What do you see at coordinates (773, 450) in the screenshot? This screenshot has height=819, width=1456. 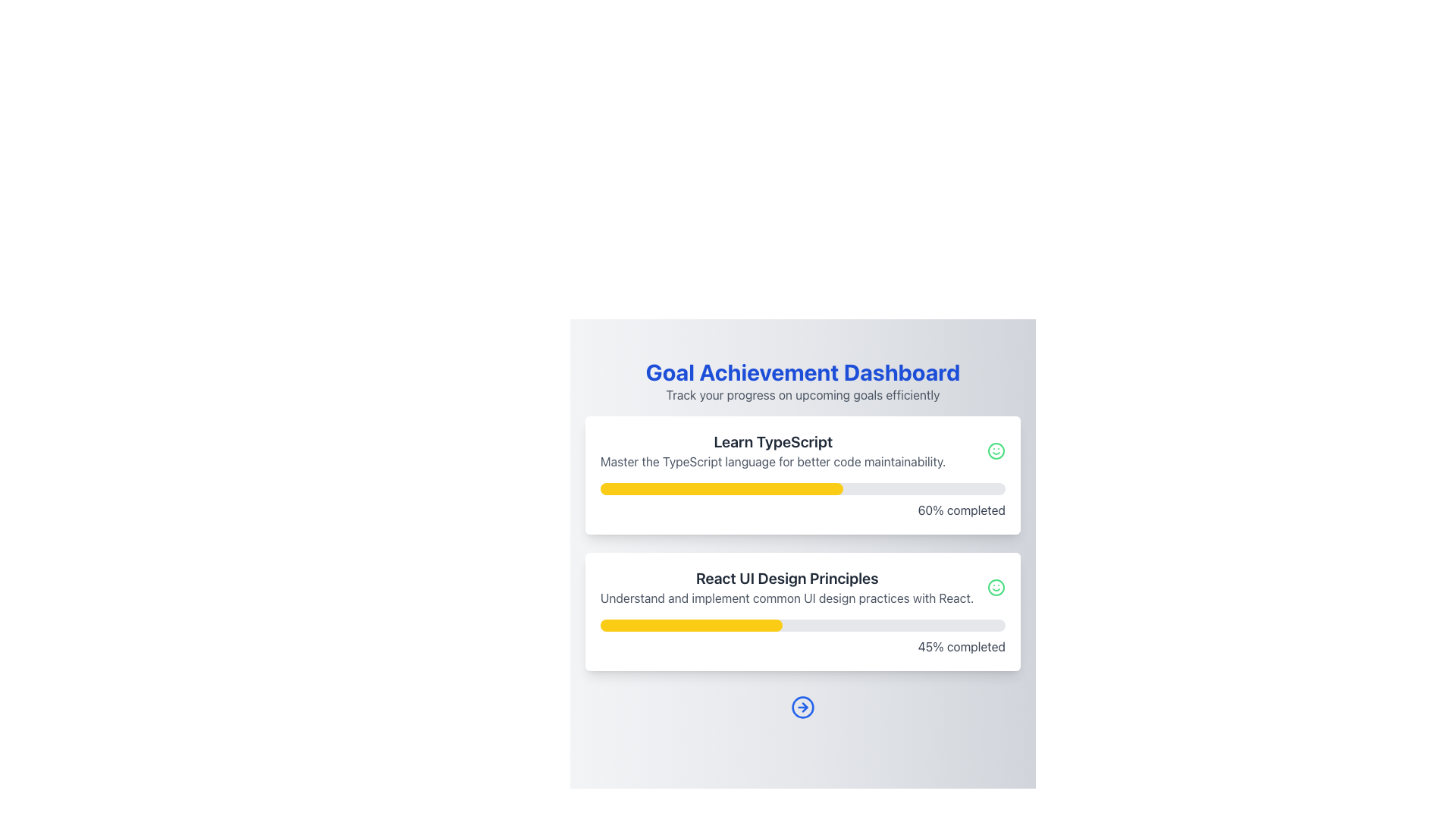 I see `static content block with the header 'Learn TypeScript' and subtitle 'Master the TypeScript language for better code maintainability.'` at bounding box center [773, 450].